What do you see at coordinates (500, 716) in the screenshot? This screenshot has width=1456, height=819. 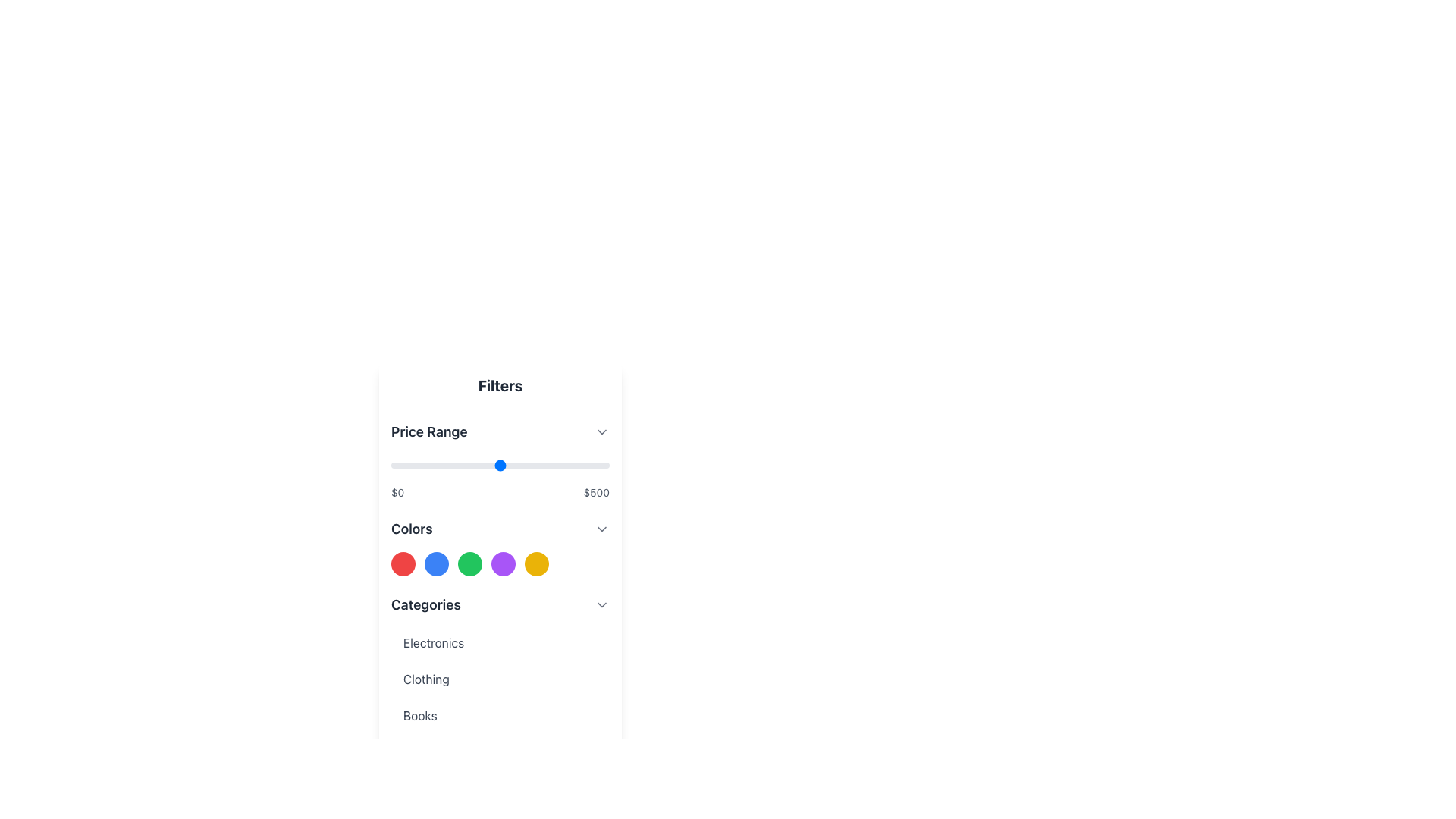 I see `the 'Books' category selector button located in the vertical list of categories, specifically the third item` at bounding box center [500, 716].